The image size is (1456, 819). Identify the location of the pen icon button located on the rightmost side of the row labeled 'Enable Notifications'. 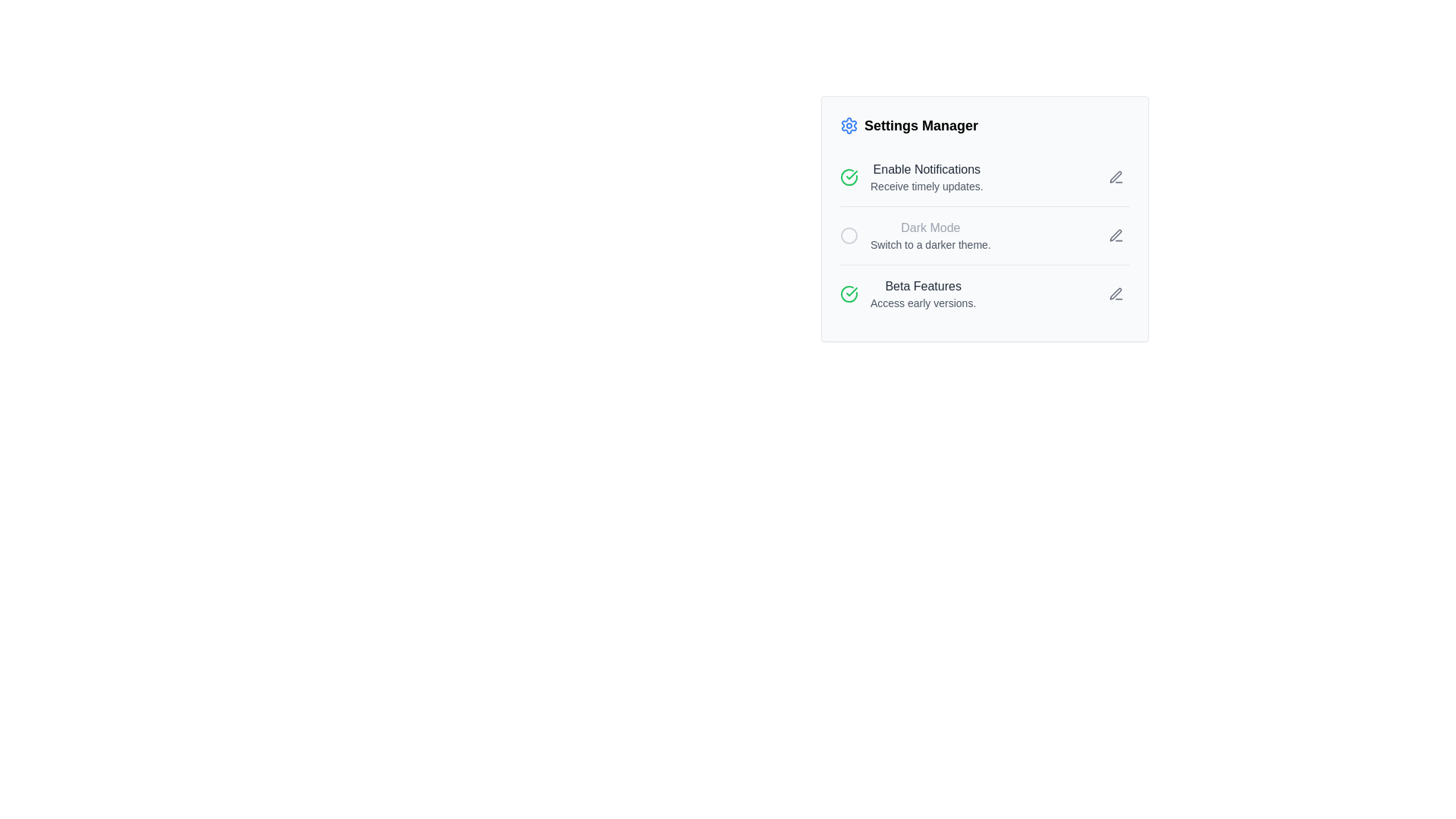
(1116, 294).